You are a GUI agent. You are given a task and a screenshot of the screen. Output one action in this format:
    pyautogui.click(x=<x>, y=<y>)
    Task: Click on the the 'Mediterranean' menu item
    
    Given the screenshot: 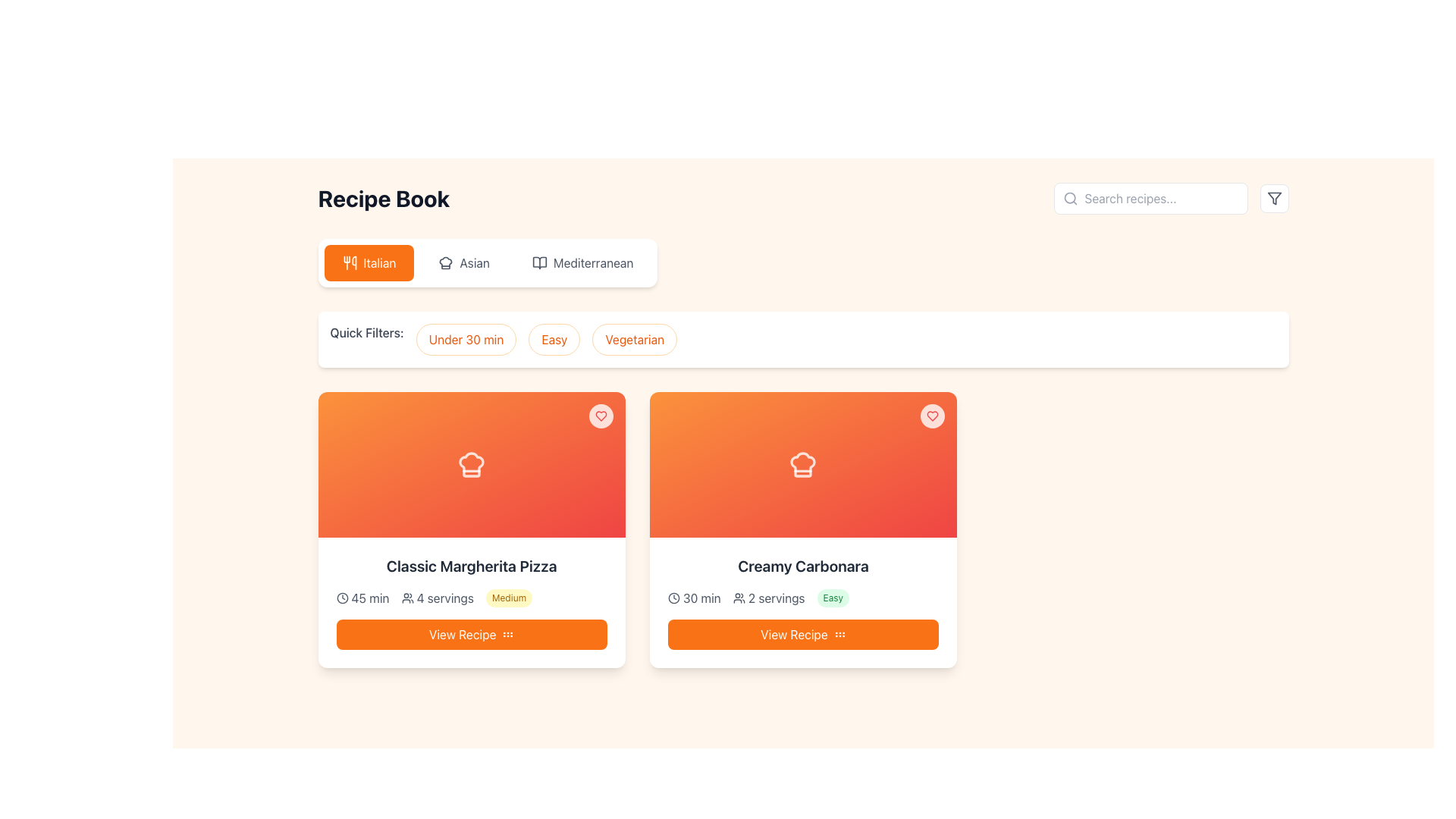 What is the action you would take?
    pyautogui.click(x=592, y=262)
    